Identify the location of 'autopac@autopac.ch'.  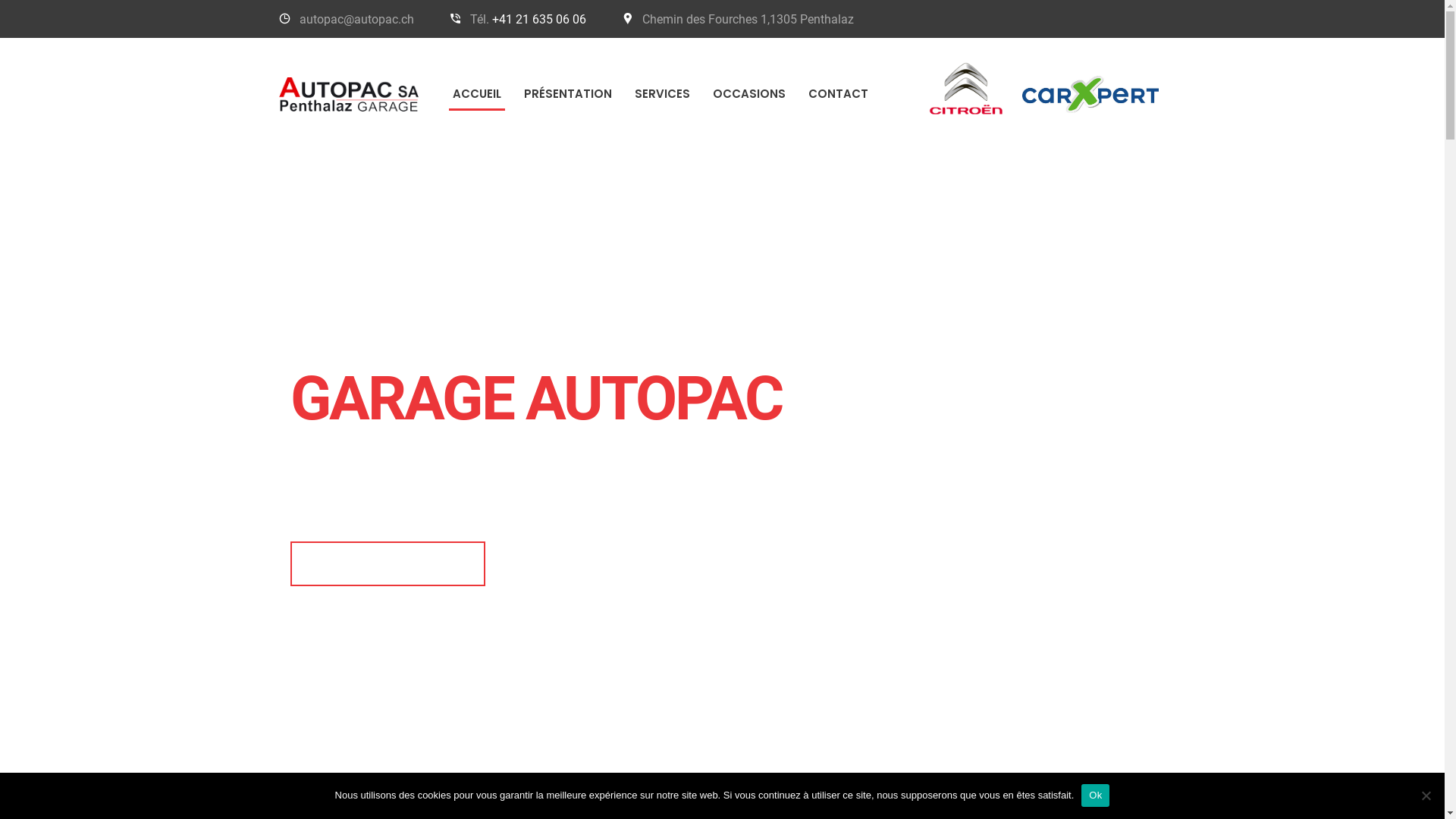
(355, 19).